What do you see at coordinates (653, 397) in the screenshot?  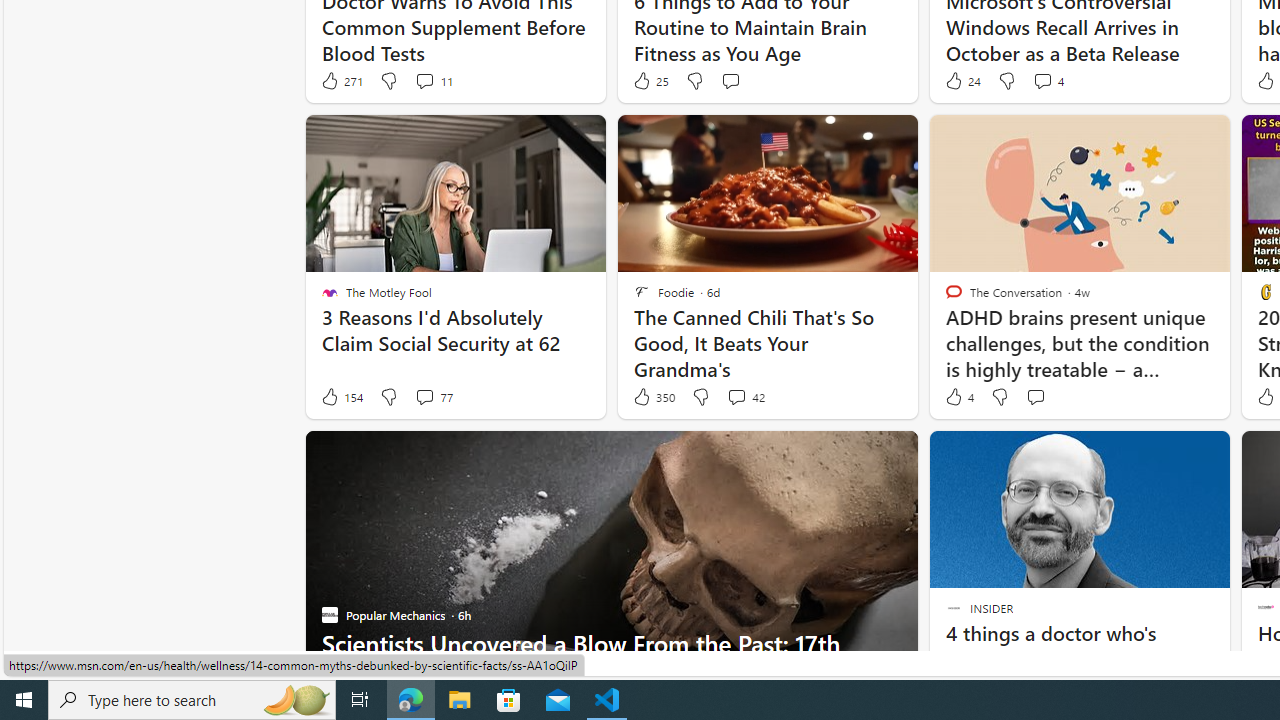 I see `'350 Like'` at bounding box center [653, 397].